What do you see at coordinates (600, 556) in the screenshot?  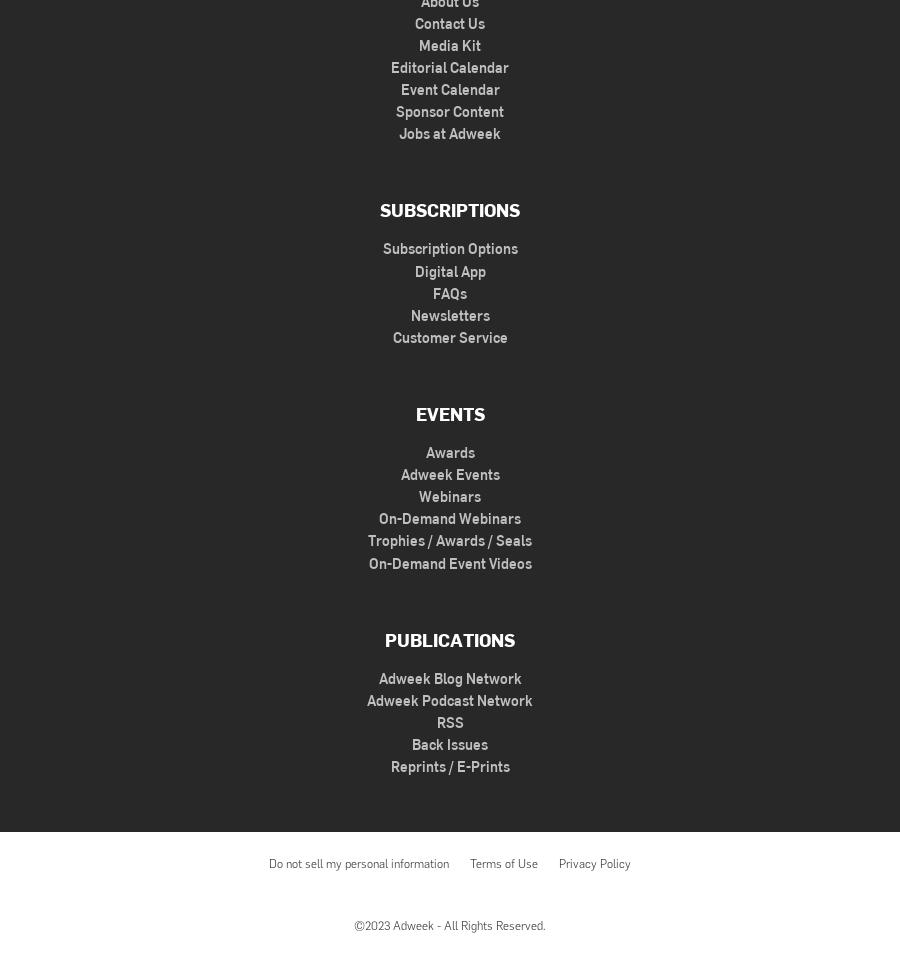 I see `'What Makes Premium Content Premium?'` at bounding box center [600, 556].